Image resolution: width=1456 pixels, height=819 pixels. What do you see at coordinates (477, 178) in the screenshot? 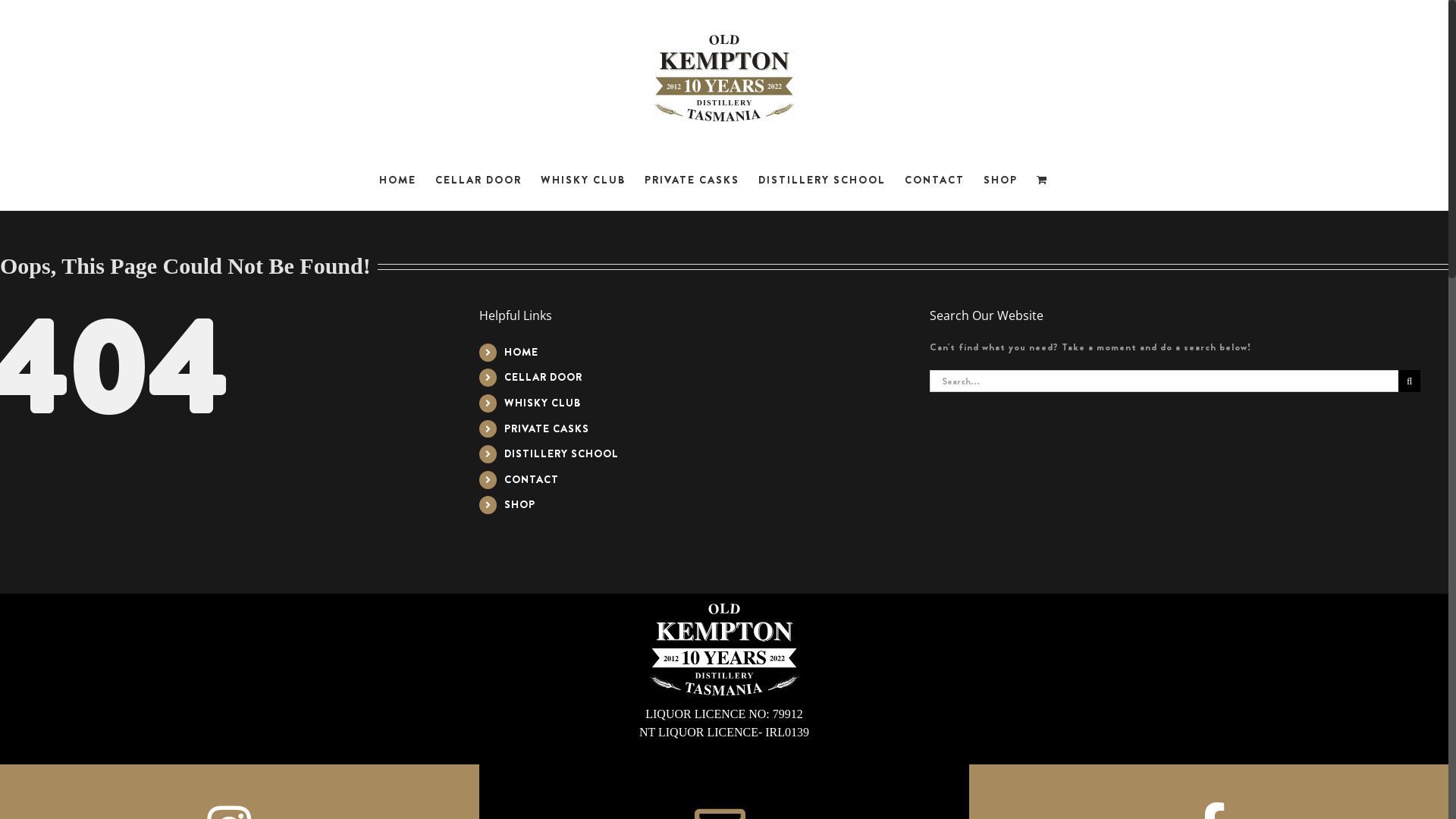
I see `'CELLAR DOOR'` at bounding box center [477, 178].